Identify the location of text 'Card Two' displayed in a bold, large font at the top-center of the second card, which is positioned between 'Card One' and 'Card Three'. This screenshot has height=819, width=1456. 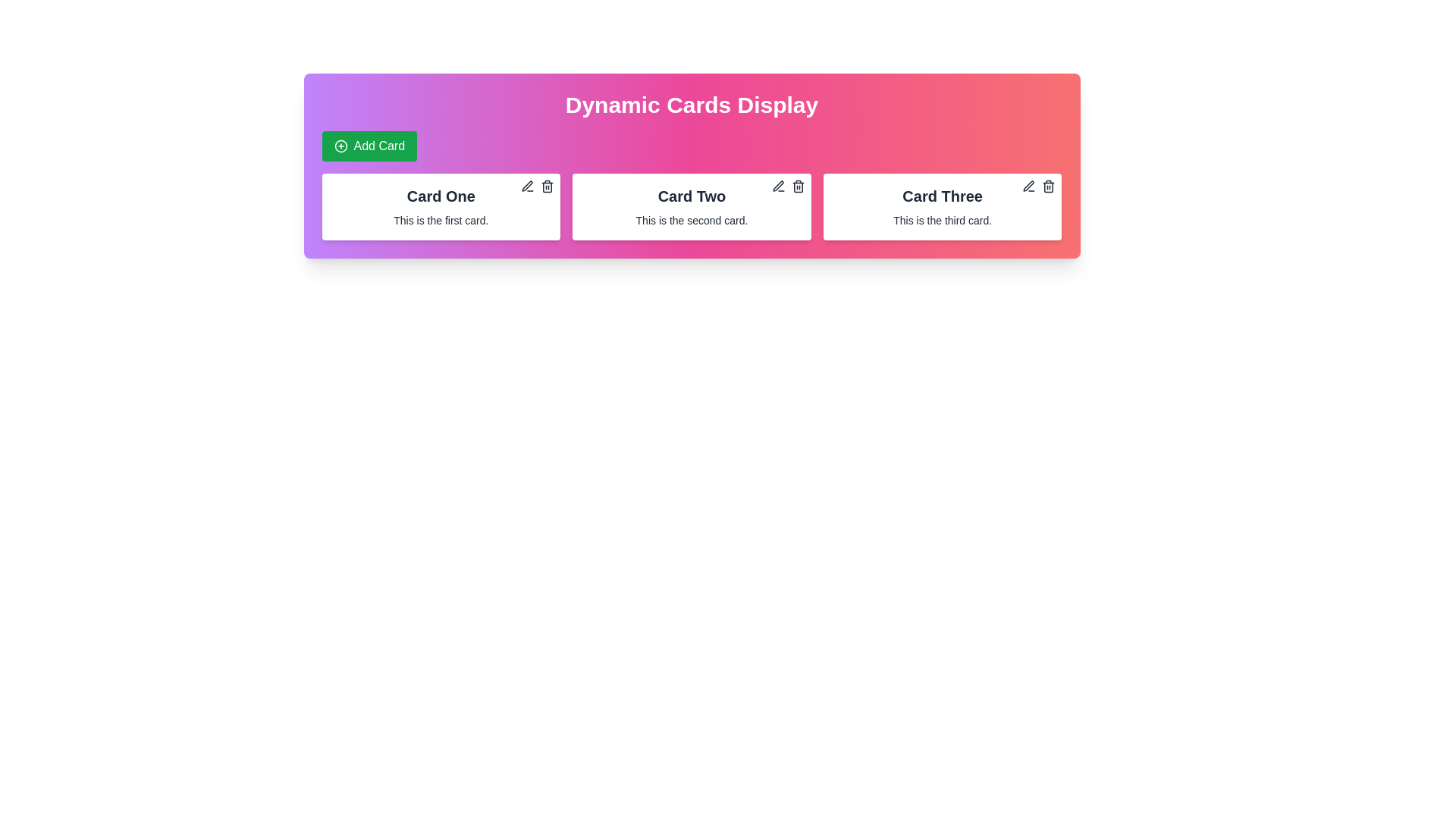
(691, 195).